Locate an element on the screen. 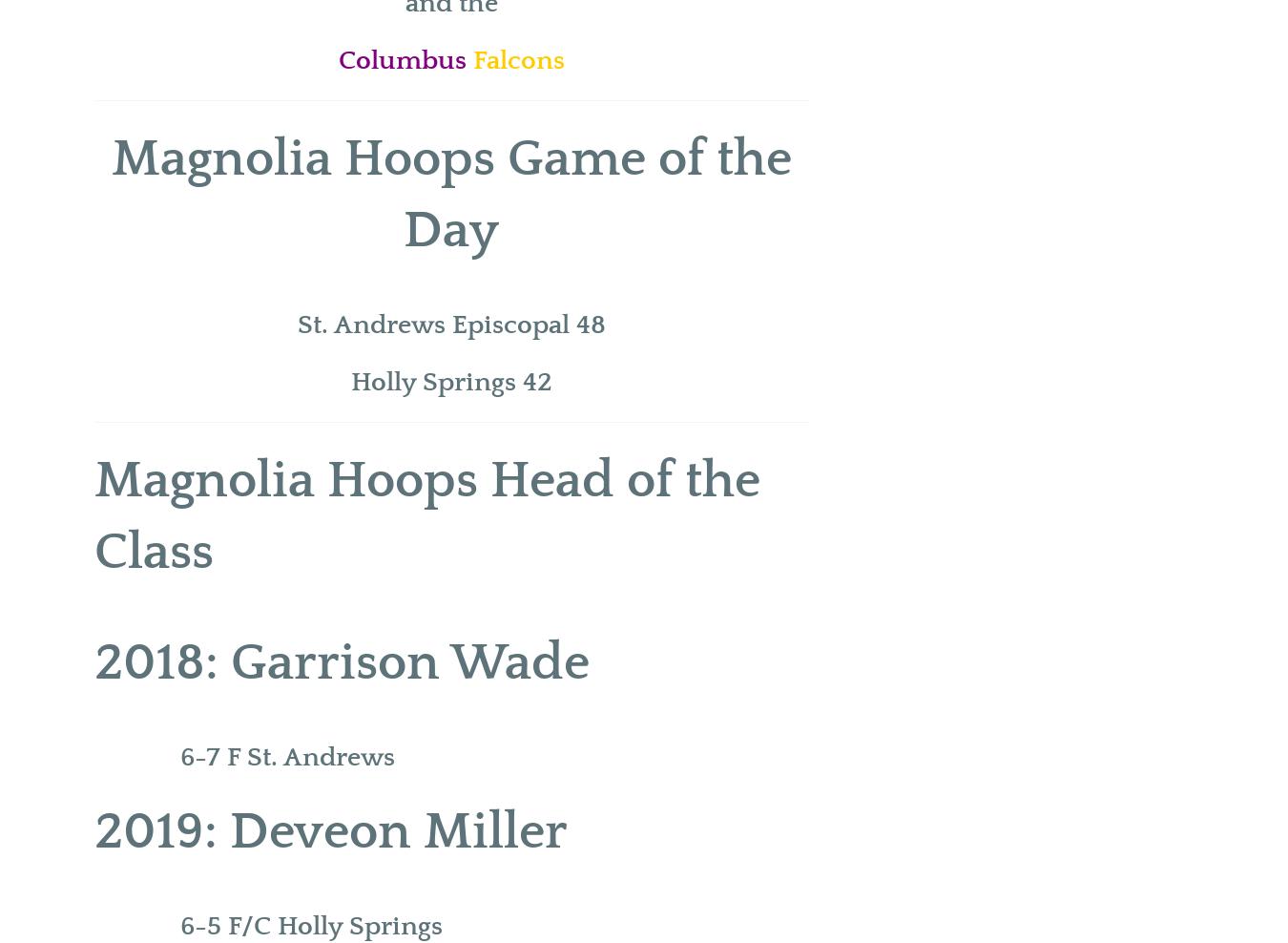 The height and width of the screenshot is (943, 1288). '2019: Deveon Miller' is located at coordinates (93, 830).